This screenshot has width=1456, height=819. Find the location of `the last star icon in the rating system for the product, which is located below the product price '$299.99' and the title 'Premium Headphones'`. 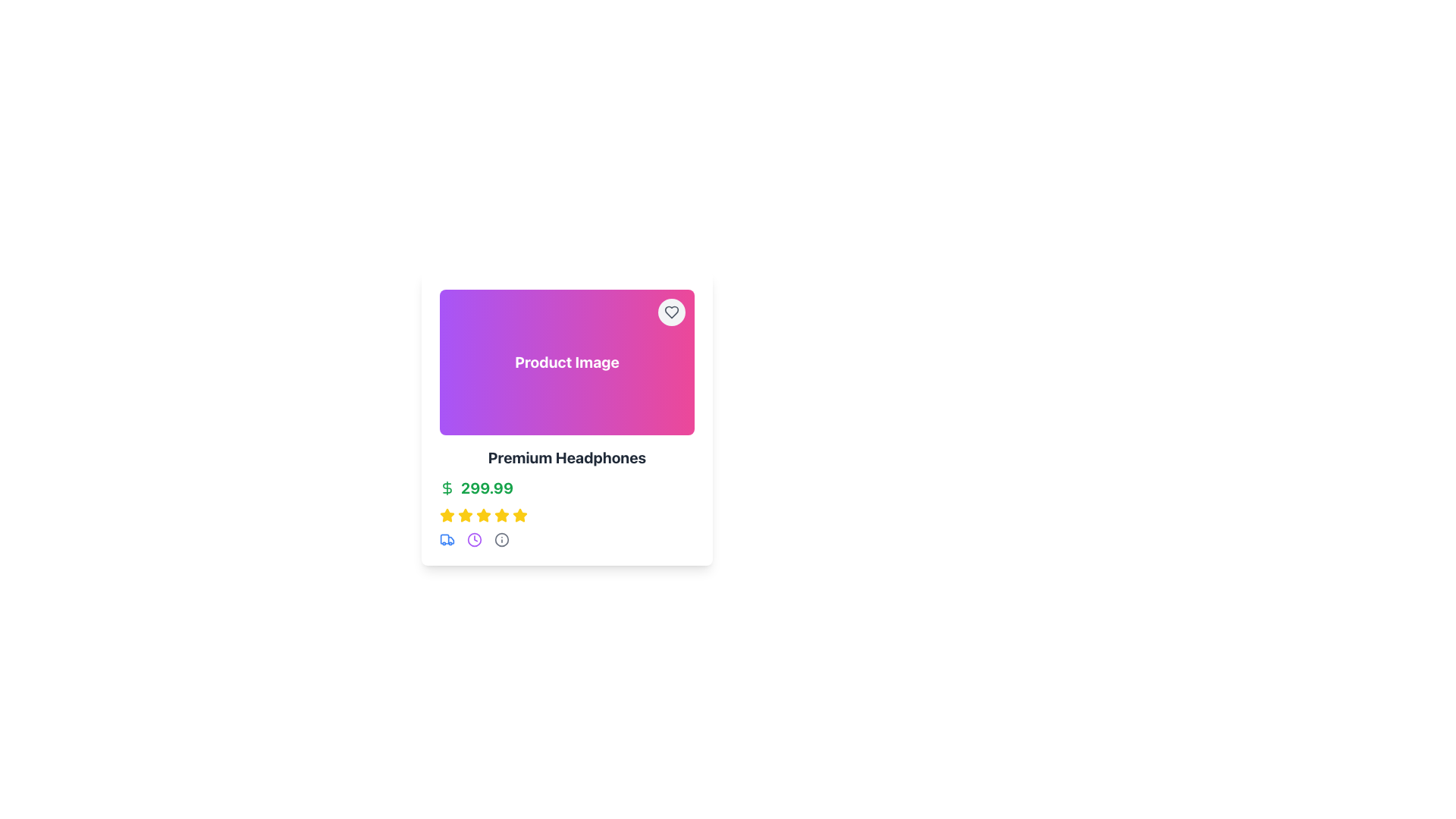

the last star icon in the rating system for the product, which is located below the product price '$299.99' and the title 'Premium Headphones' is located at coordinates (520, 514).